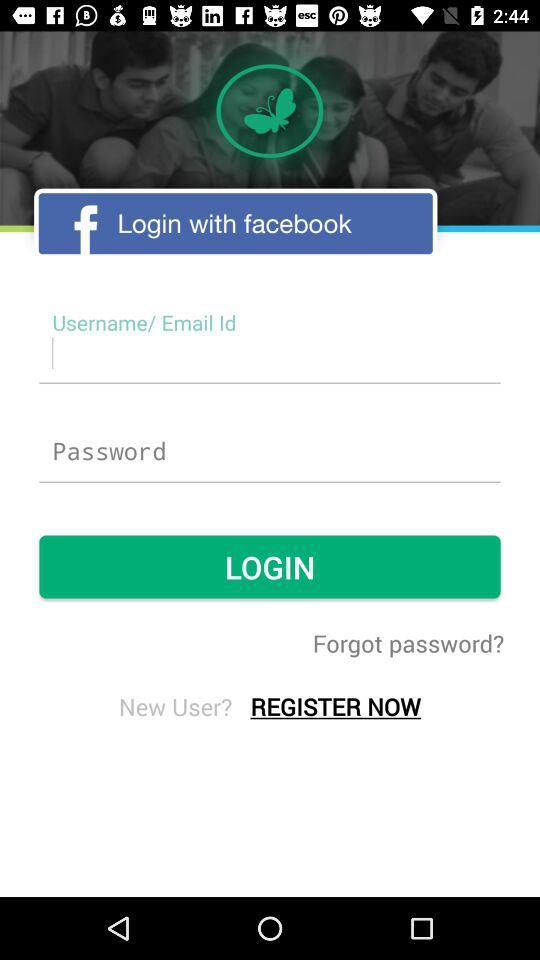 This screenshot has width=540, height=960. I want to click on login, so click(270, 452).